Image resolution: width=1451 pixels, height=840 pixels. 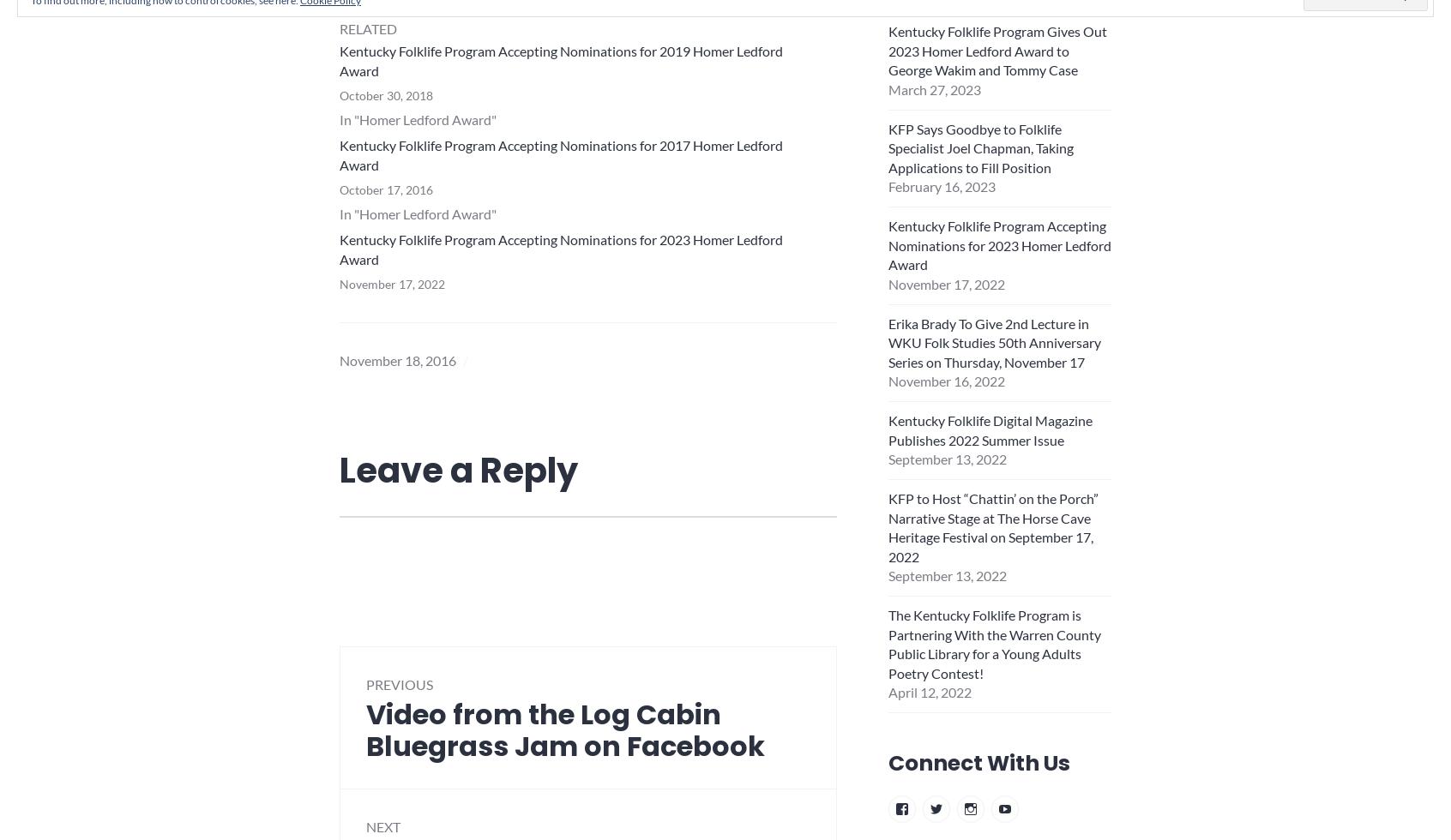 I want to click on 'Related', so click(x=339, y=28).